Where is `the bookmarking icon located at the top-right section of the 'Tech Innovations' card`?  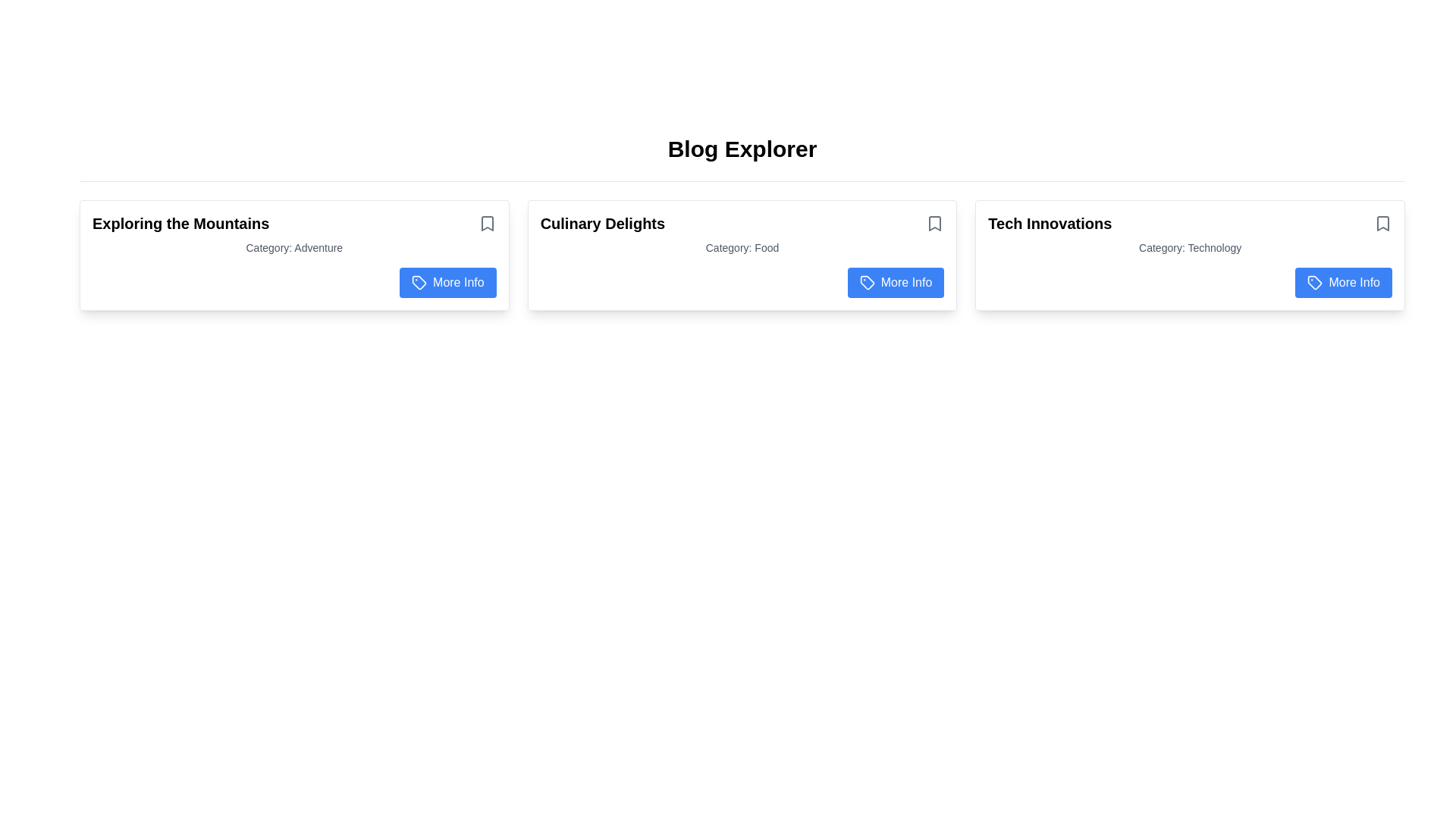
the bookmarking icon located at the top-right section of the 'Tech Innovations' card is located at coordinates (1383, 223).